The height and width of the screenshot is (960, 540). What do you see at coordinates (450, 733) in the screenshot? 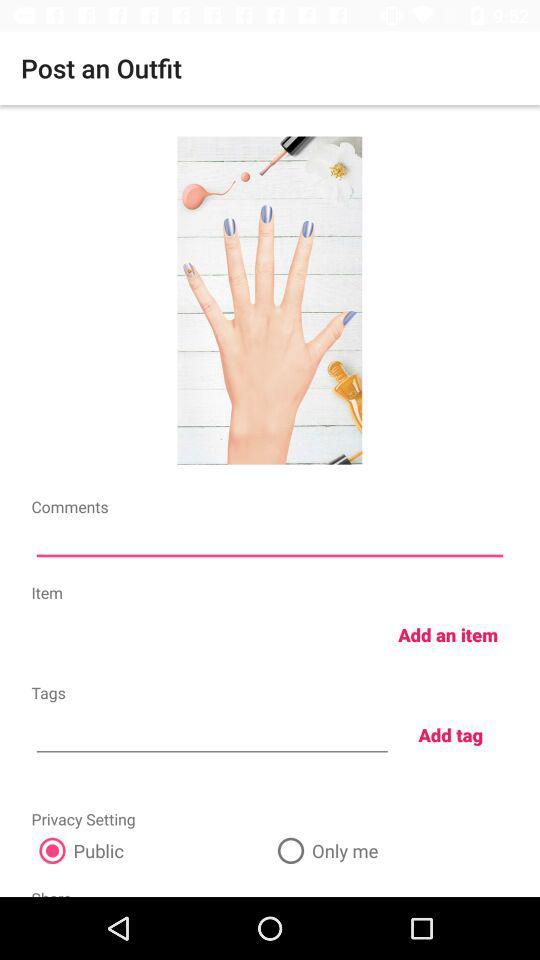
I see `the add tag item` at bounding box center [450, 733].